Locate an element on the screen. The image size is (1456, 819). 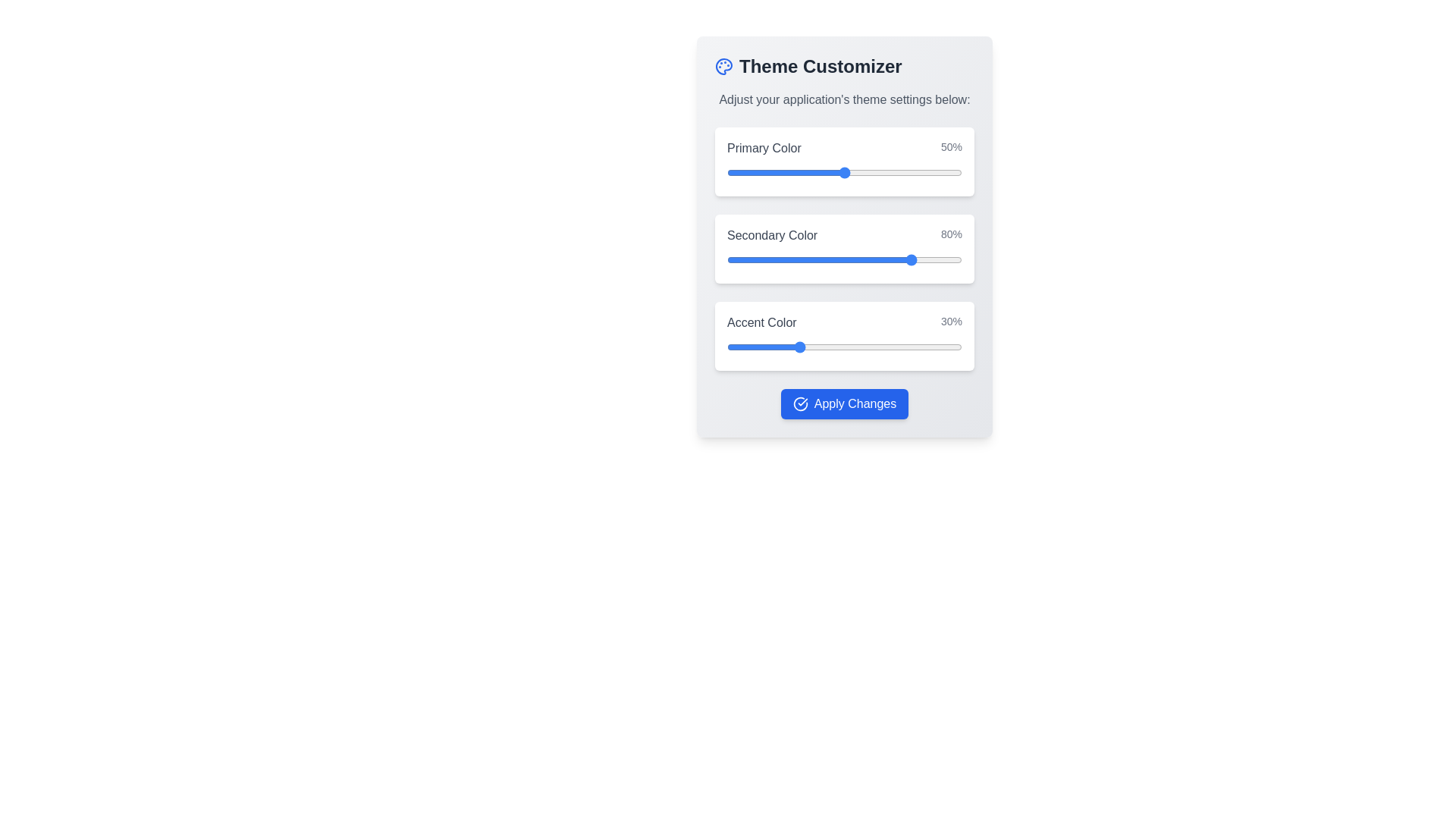
the secondary color value is located at coordinates (832, 259).